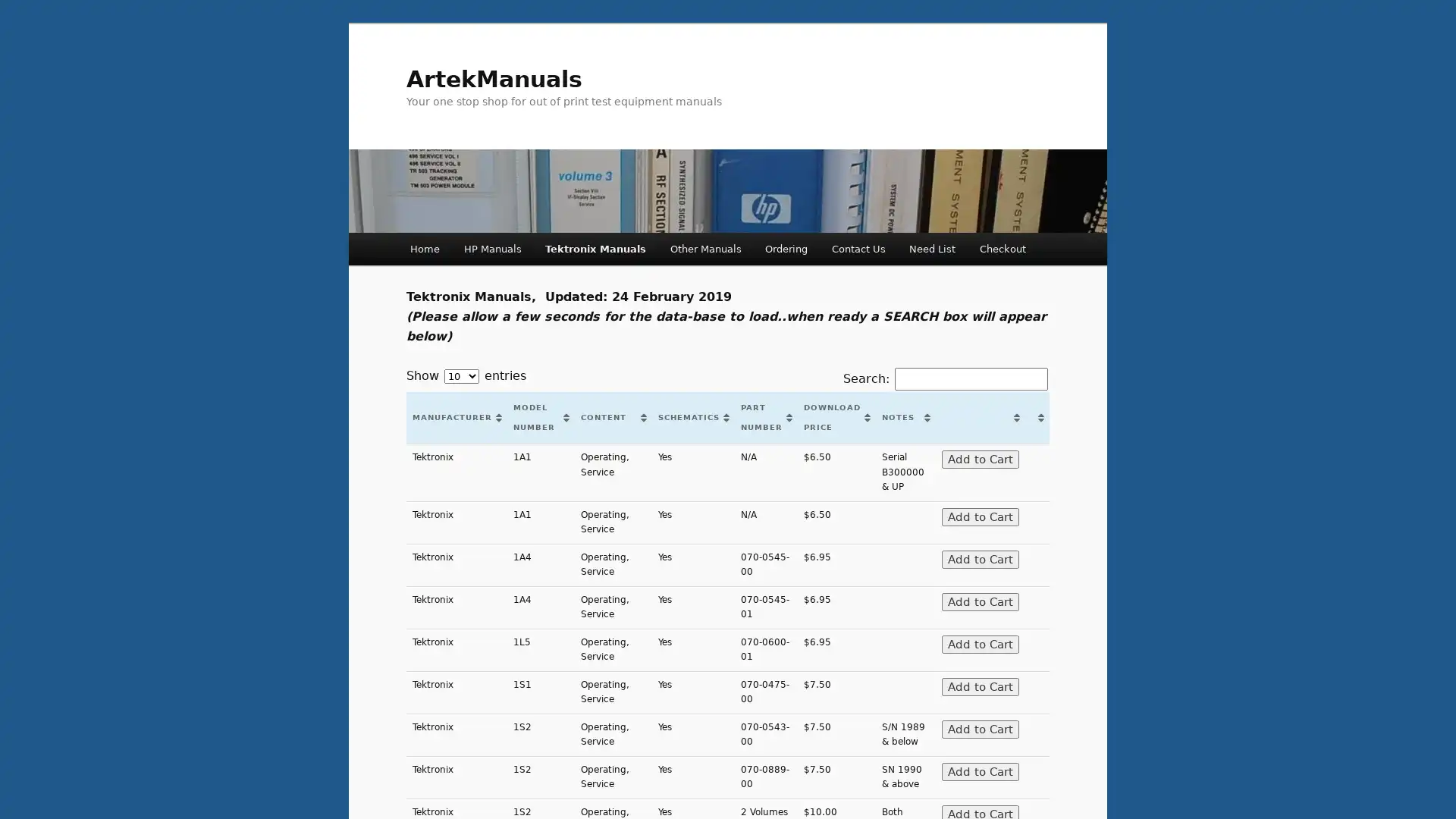  I want to click on Add to Cart, so click(979, 643).